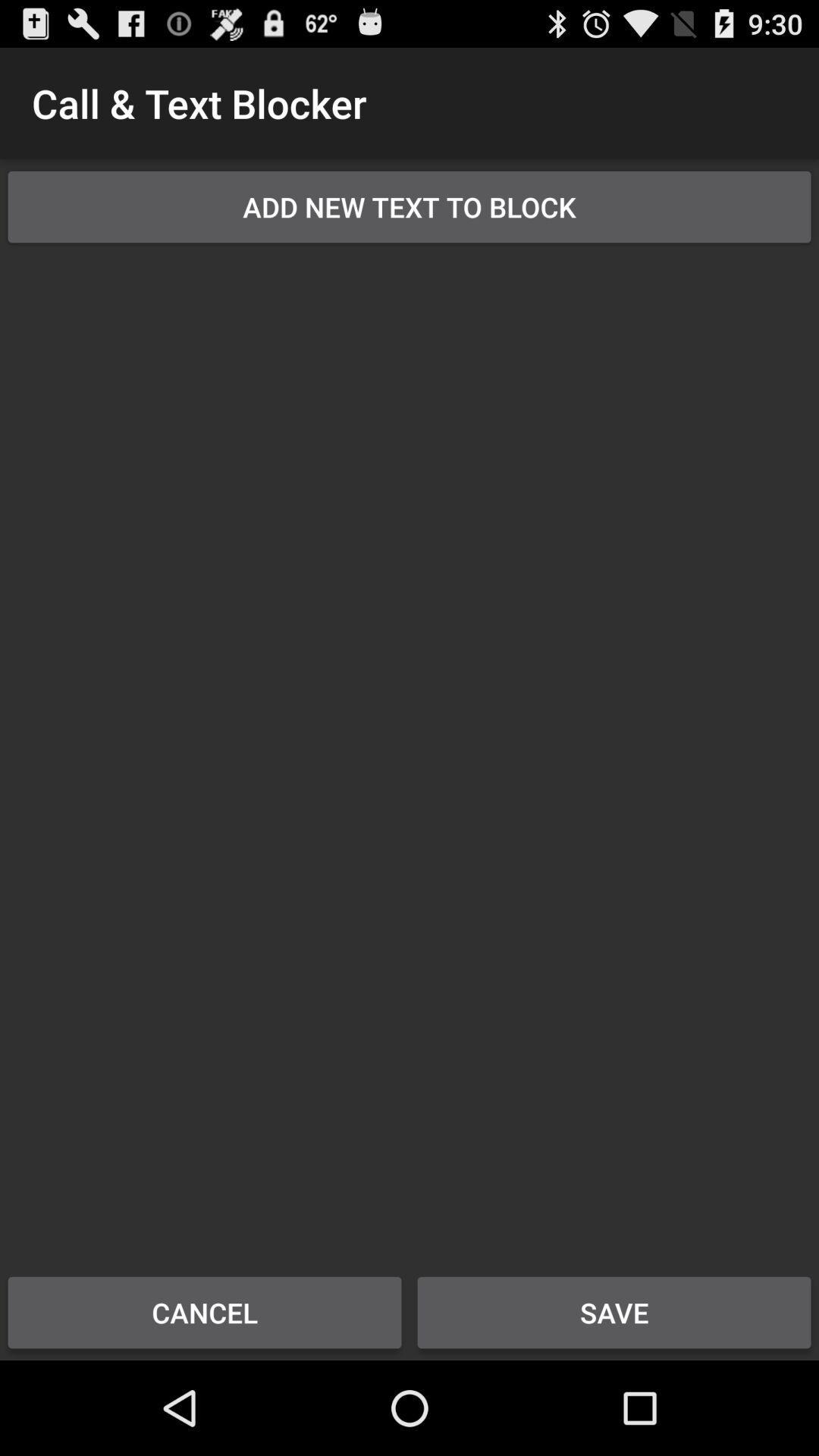 This screenshot has width=819, height=1456. I want to click on the cancel item, so click(205, 1312).